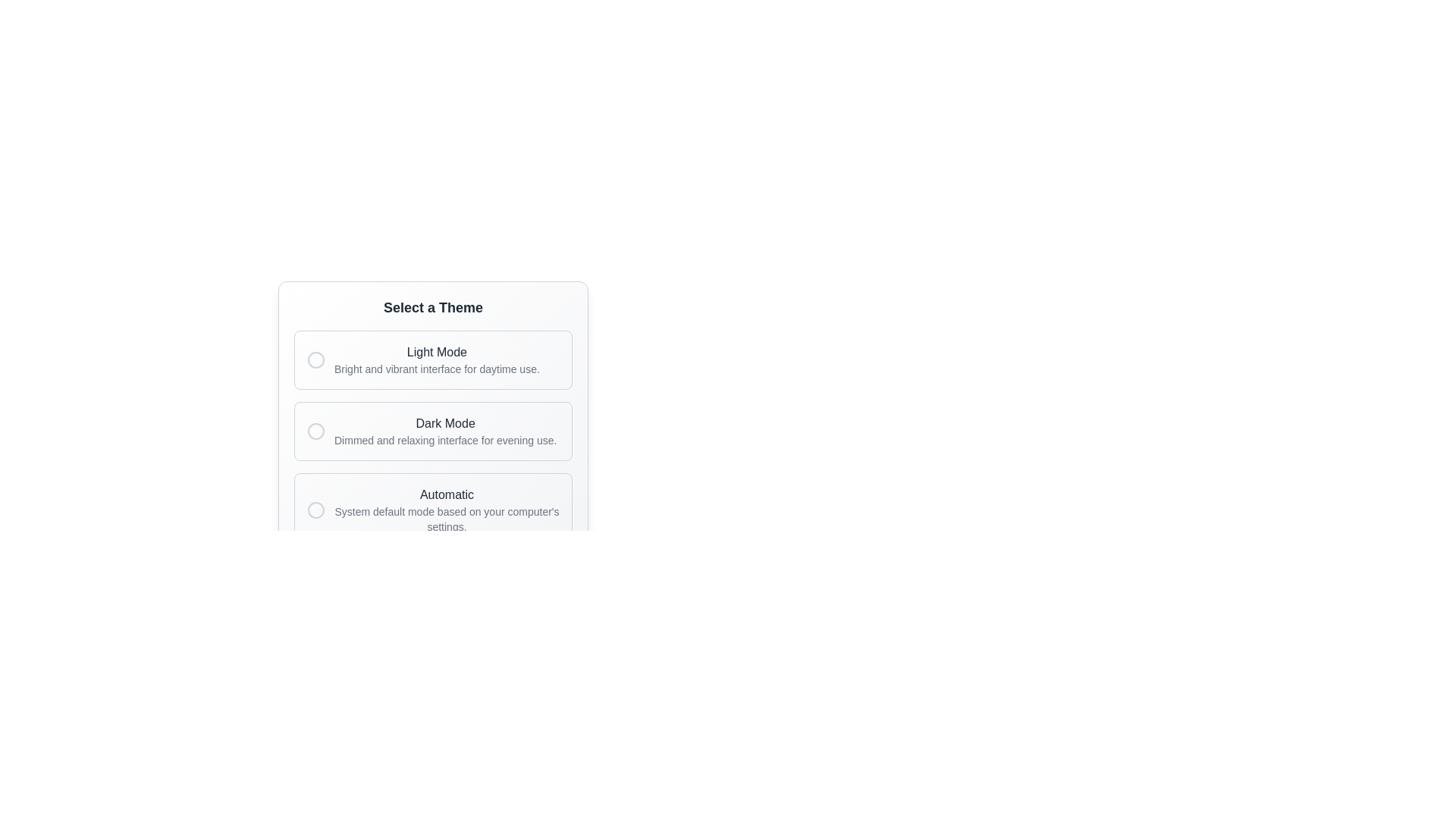 The width and height of the screenshot is (1456, 819). What do you see at coordinates (315, 431) in the screenshot?
I see `circular icon used for adjusting settings related to the 'Dark Mode' theme in the 'Select a Theme' interface by clicking on it` at bounding box center [315, 431].